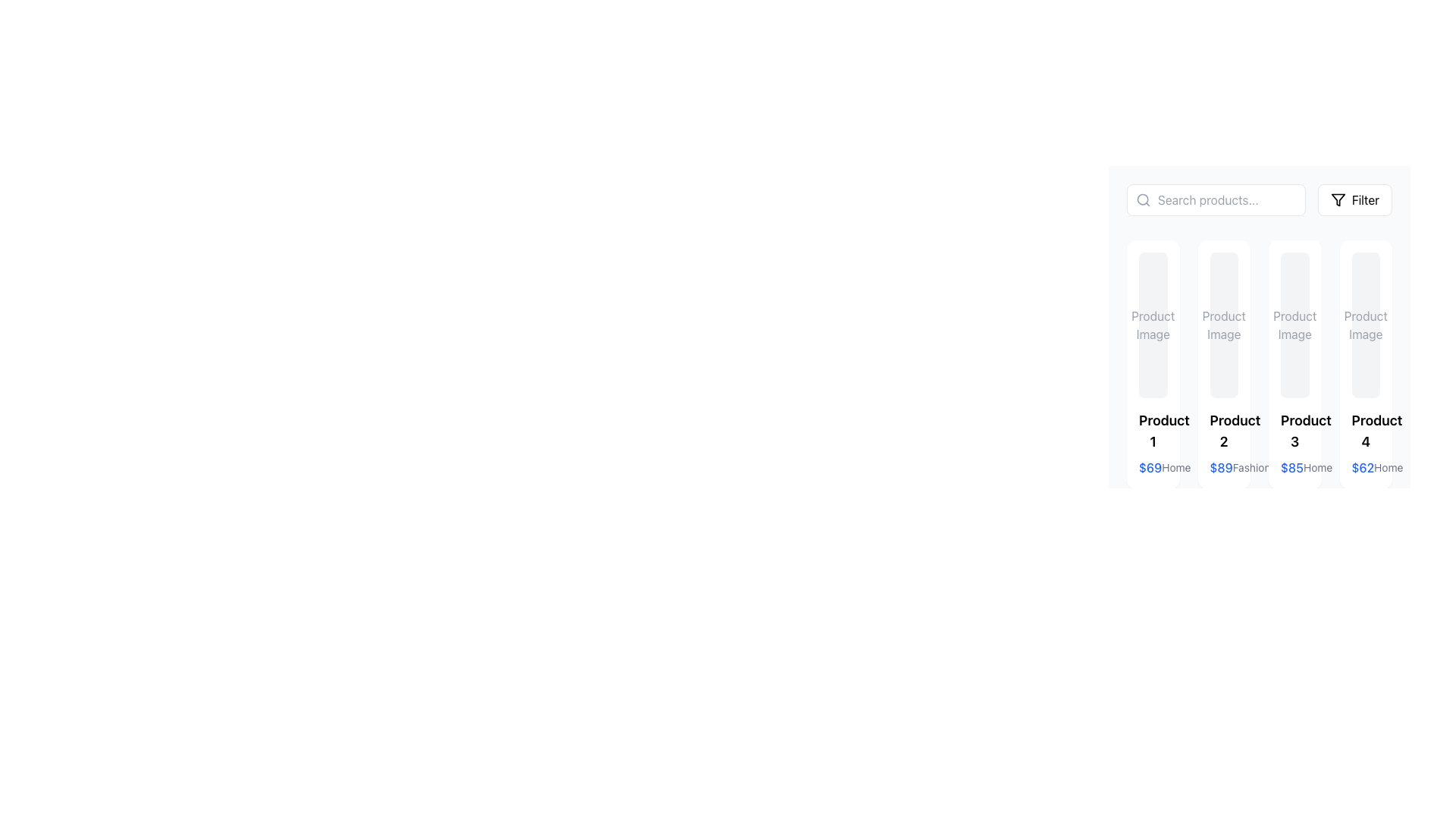 Image resolution: width=1456 pixels, height=819 pixels. I want to click on the filter icon located on the top-right side of the interface, near the text search box, so click(1338, 199).